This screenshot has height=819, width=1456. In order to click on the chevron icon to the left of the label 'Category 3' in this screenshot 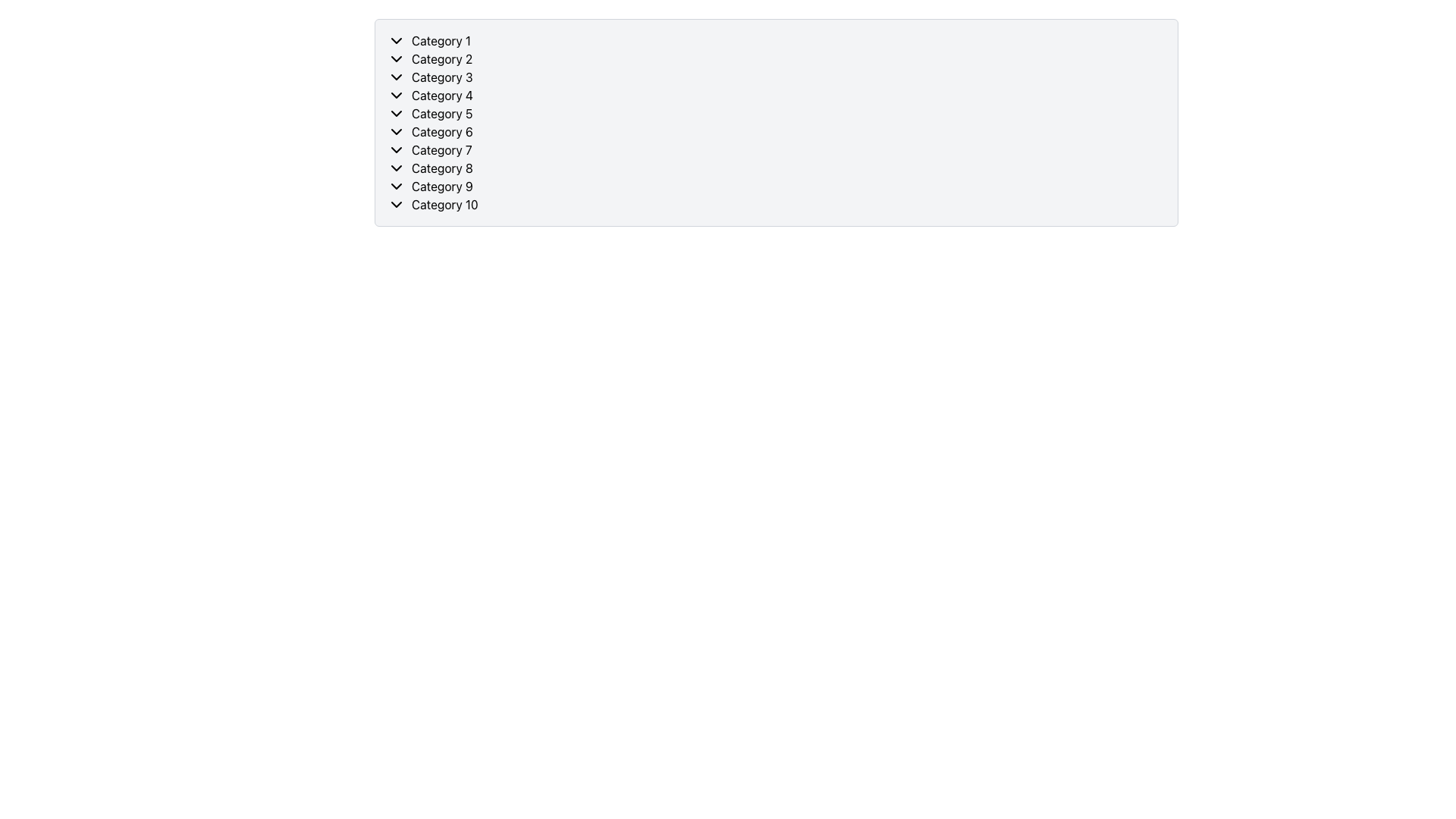, I will do `click(397, 77)`.